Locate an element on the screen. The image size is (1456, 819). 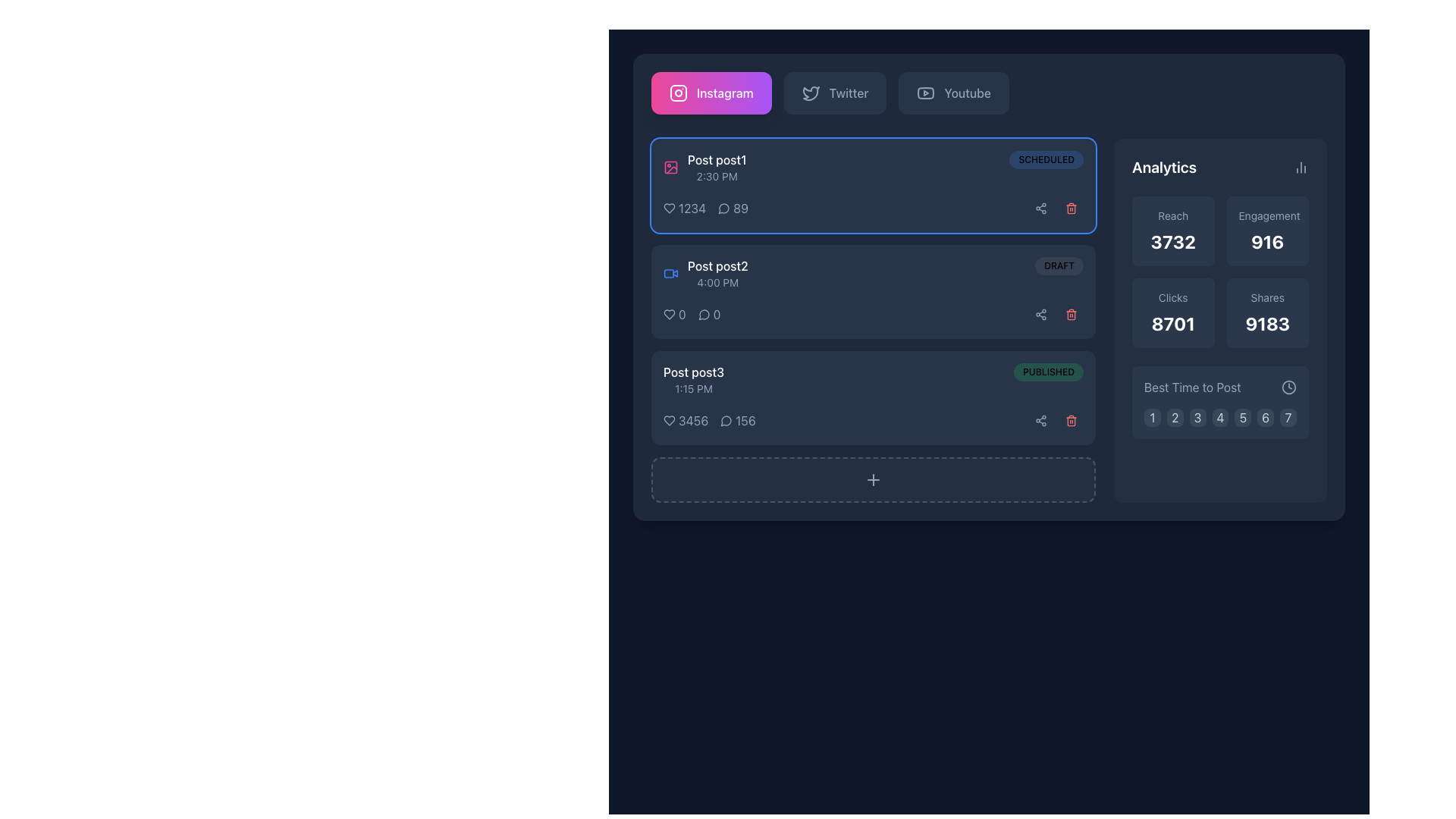
the 'Clicks' Data display card located in the bottom-left quadrant of the statistics grid, specifically the third element in the grid, positioned in the first column and second row is located at coordinates (1172, 312).